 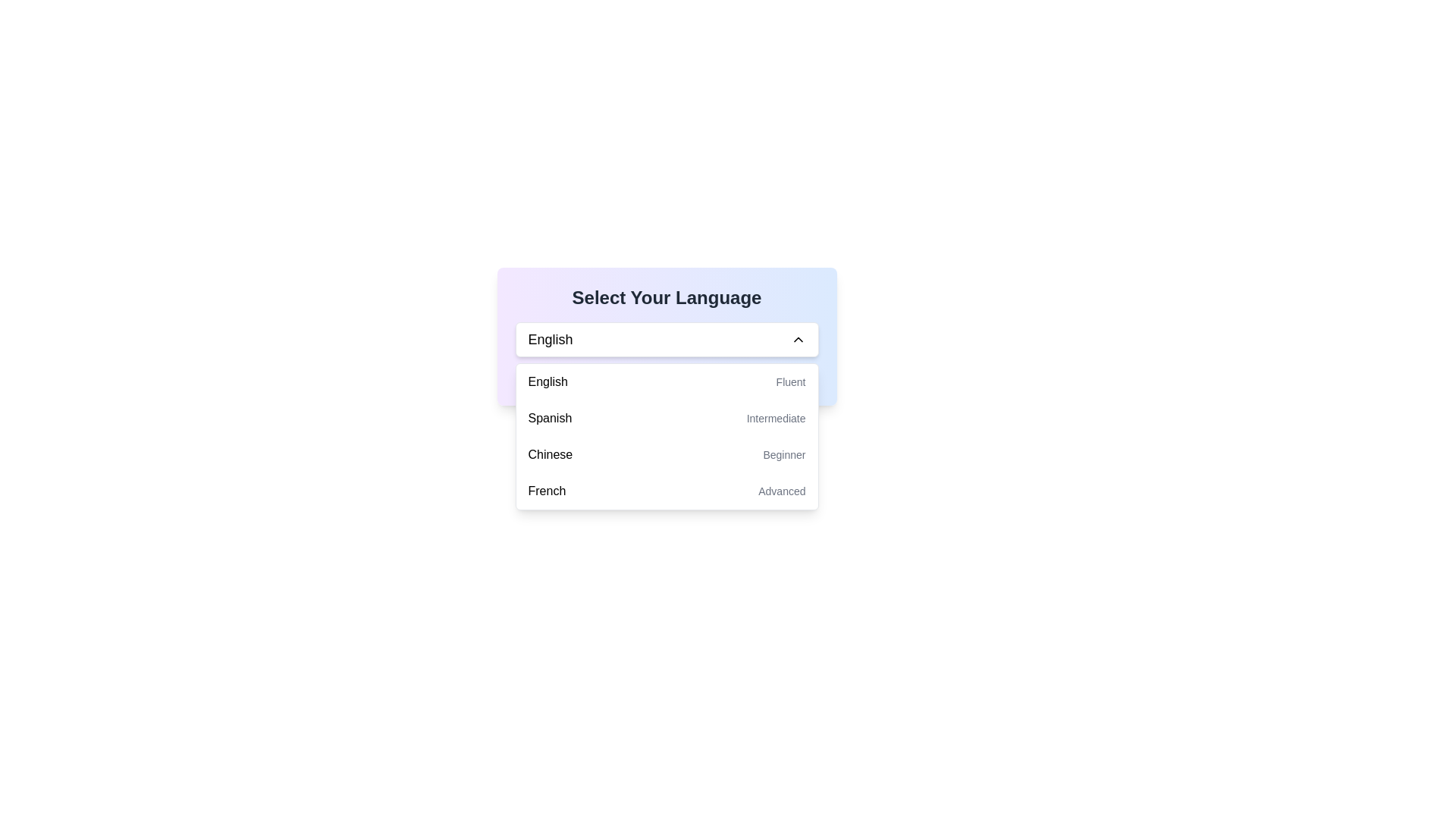 I want to click on the upward-pointing chevron icon located to the right of the text 'English', so click(x=797, y=338).